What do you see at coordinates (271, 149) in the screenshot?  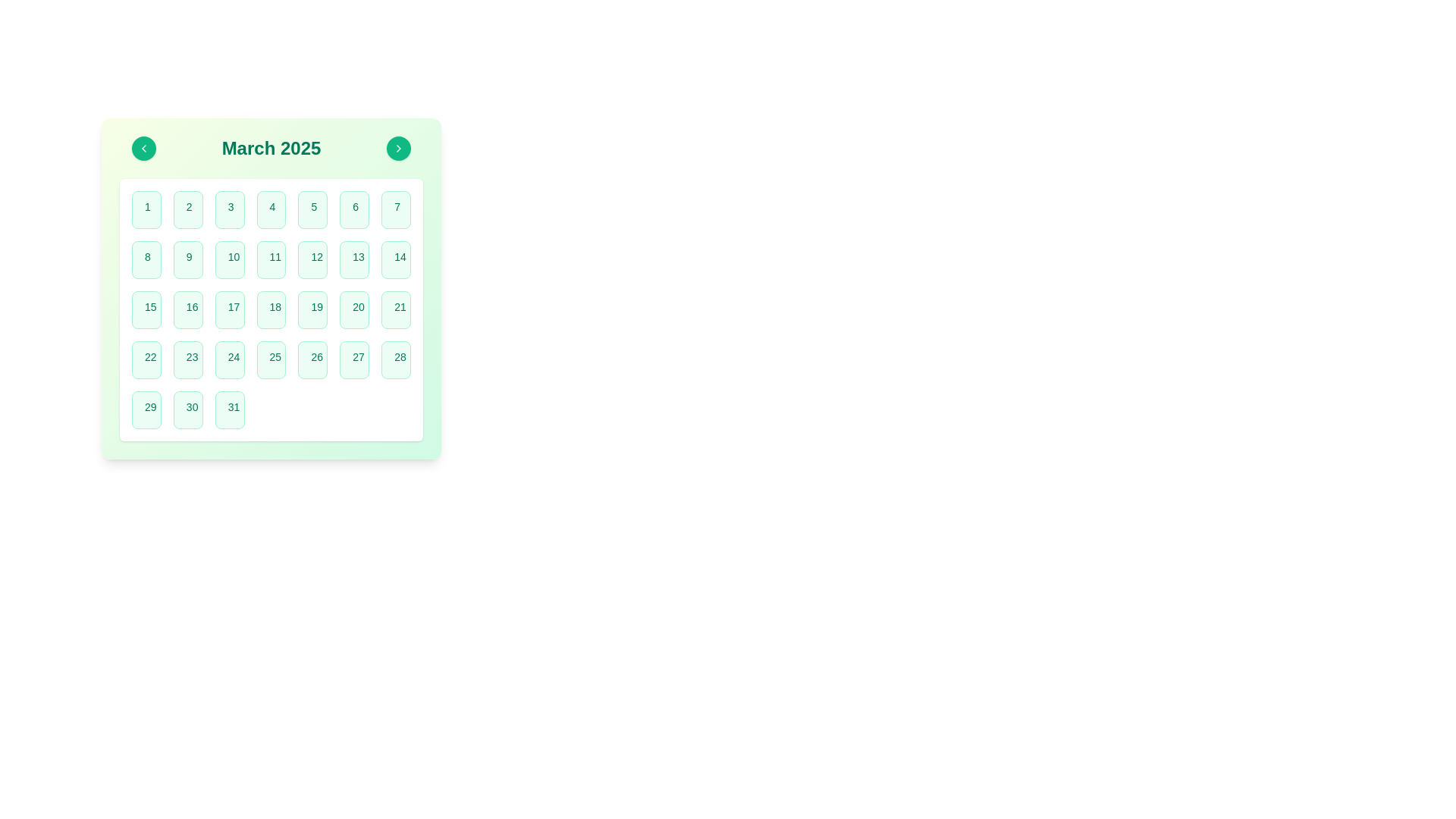 I see `the large text label indicating the current month and year in the calendar view, which is centered in the calendar interface header` at bounding box center [271, 149].